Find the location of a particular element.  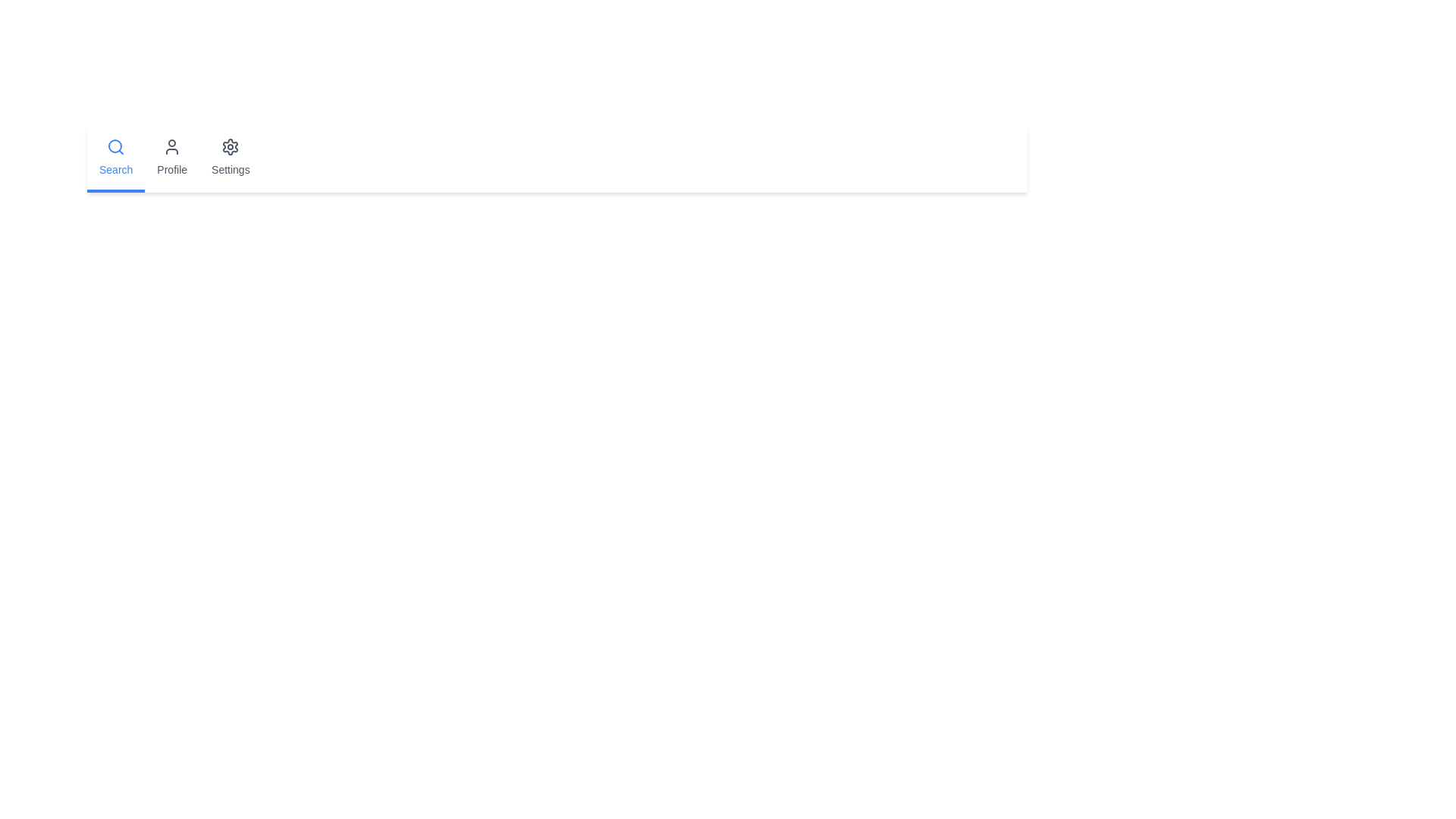

the central gear-shaped icon associated with the 'Settings' option in the top horizontal menu bar is located at coordinates (230, 146).